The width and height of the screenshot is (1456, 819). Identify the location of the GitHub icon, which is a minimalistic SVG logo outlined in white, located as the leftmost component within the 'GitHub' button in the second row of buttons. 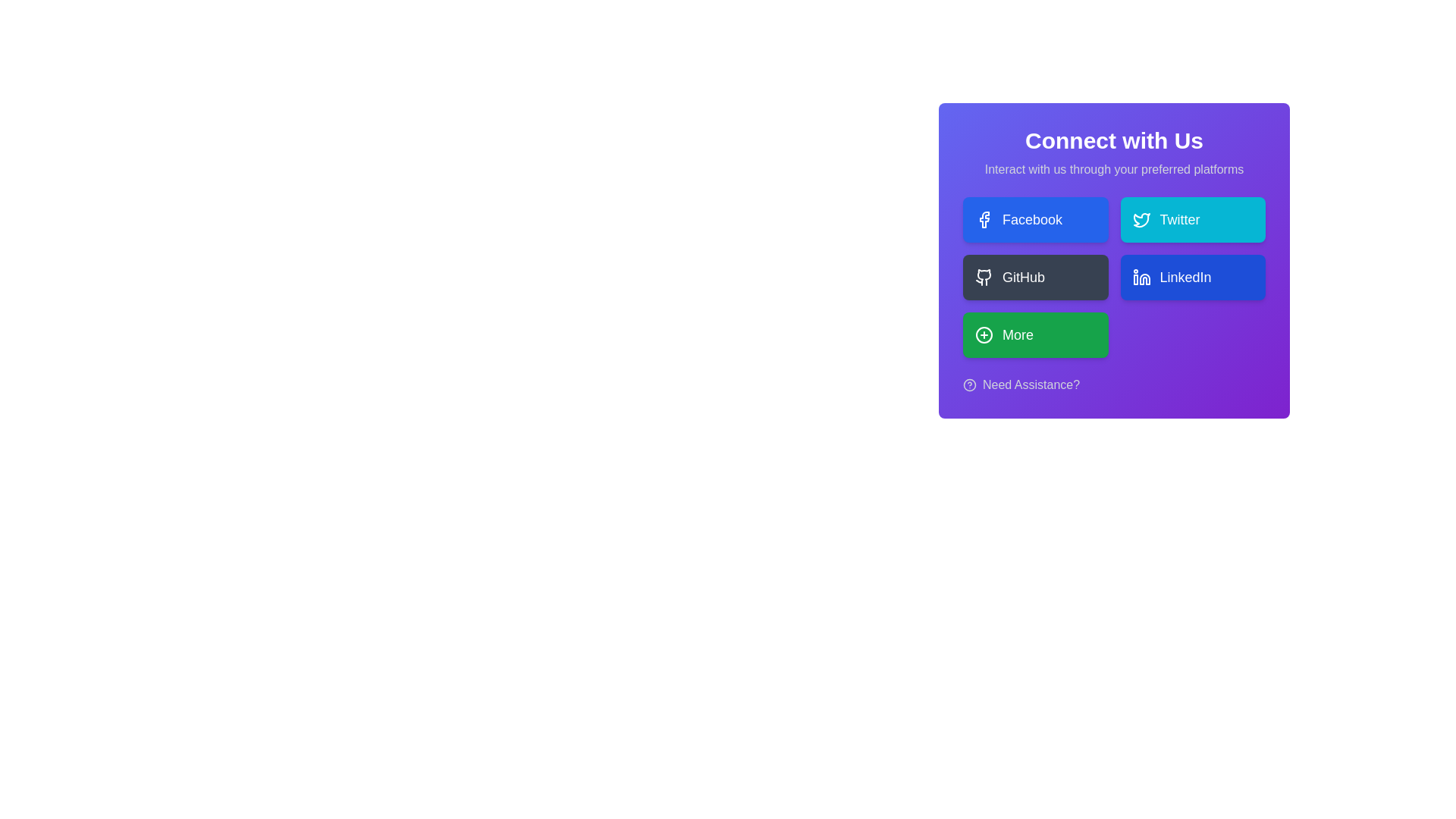
(984, 278).